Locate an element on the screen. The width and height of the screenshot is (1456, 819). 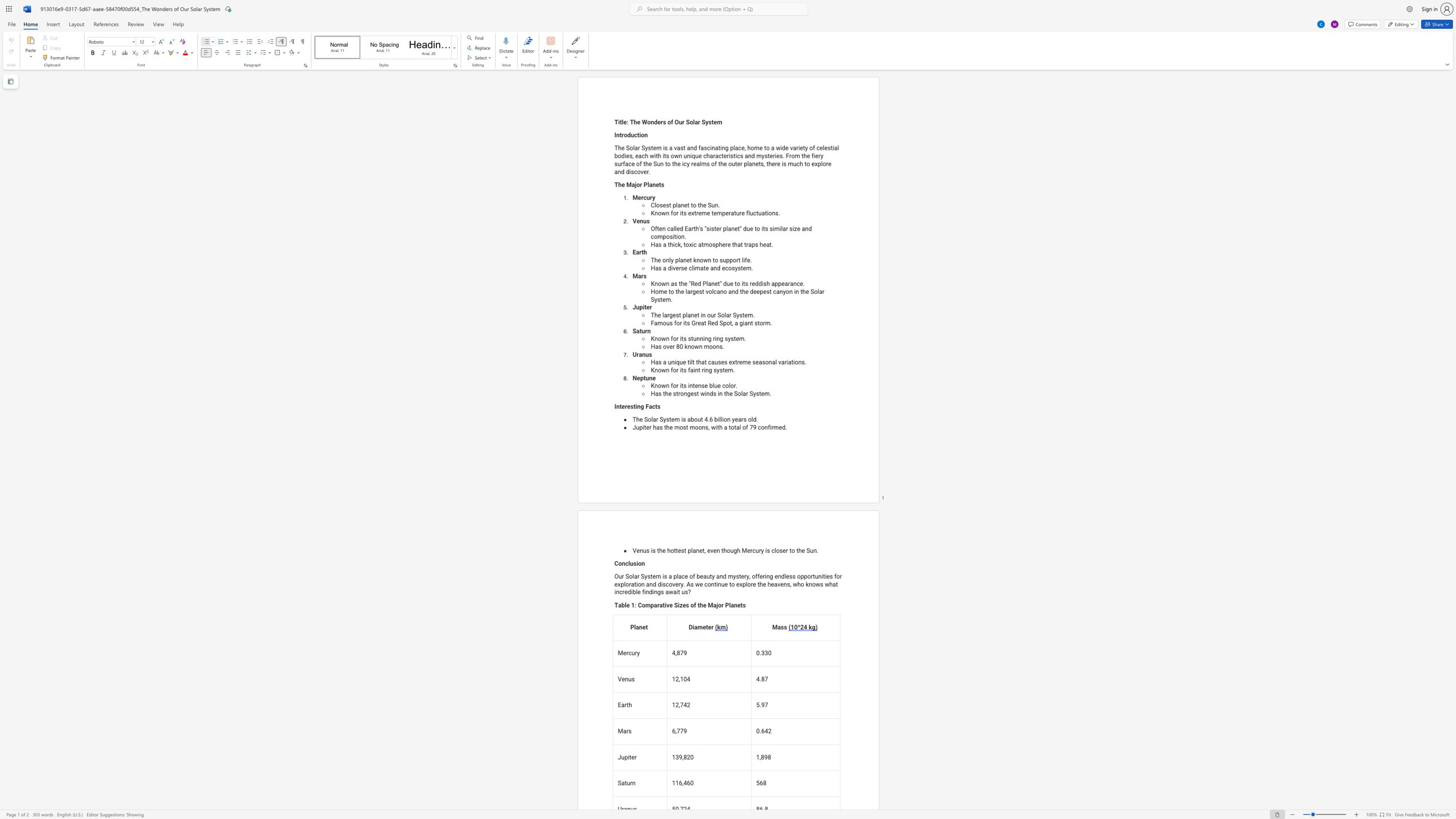
the 2th character "c" in the text is located at coordinates (652, 236).